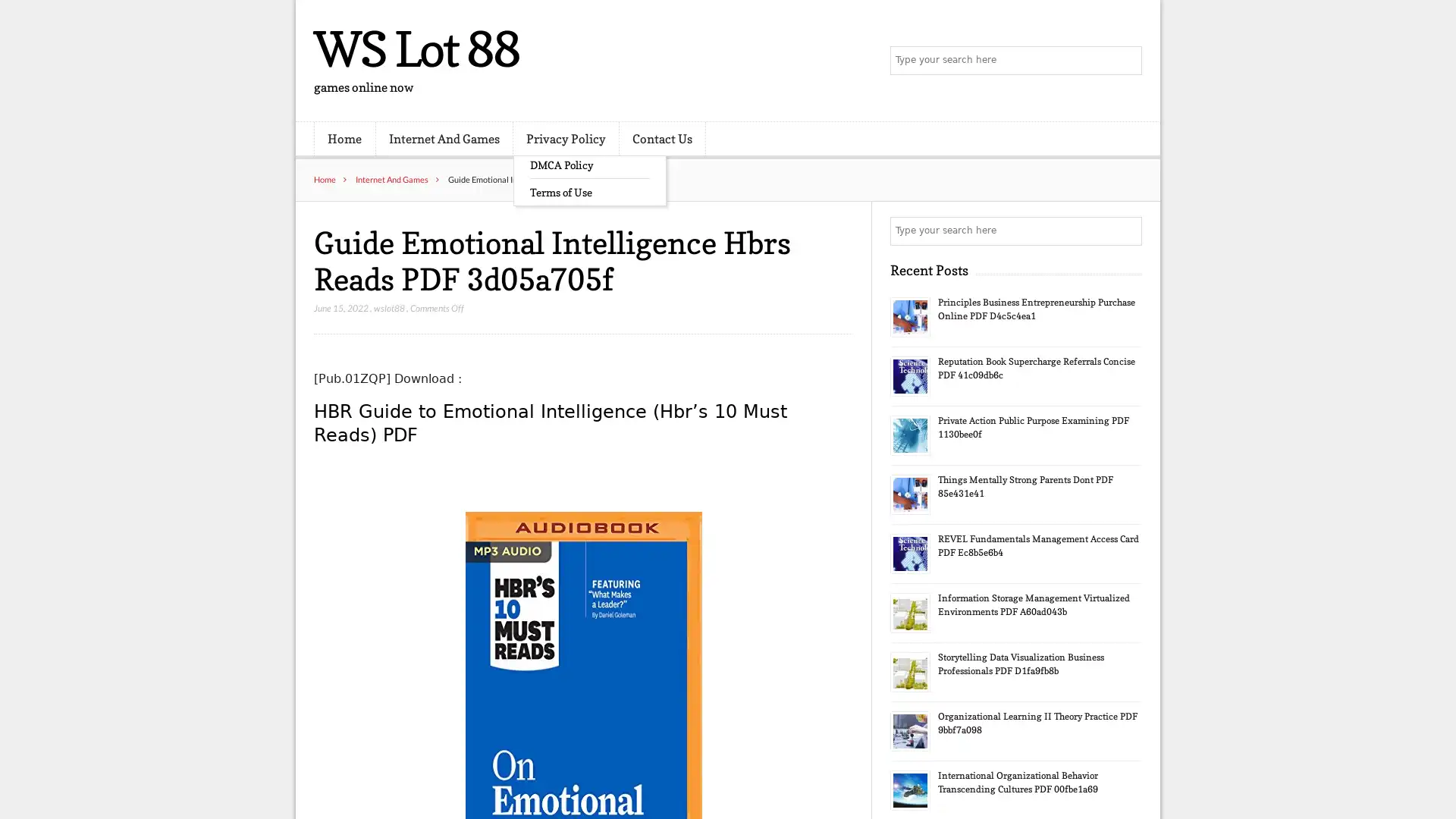  I want to click on Search, so click(1126, 61).